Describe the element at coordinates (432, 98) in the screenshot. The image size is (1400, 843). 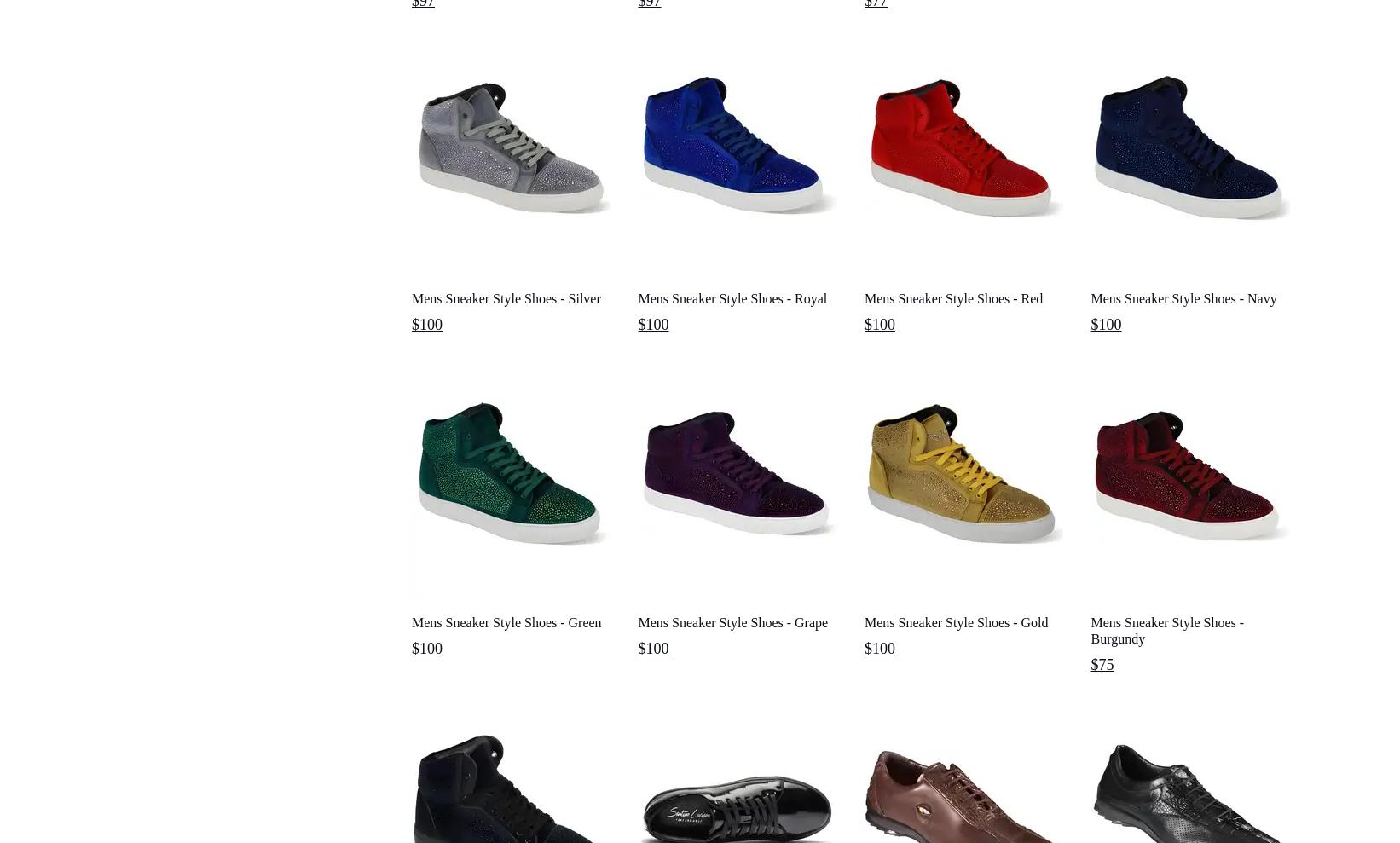
I see `'Mens Shoes'` at that location.